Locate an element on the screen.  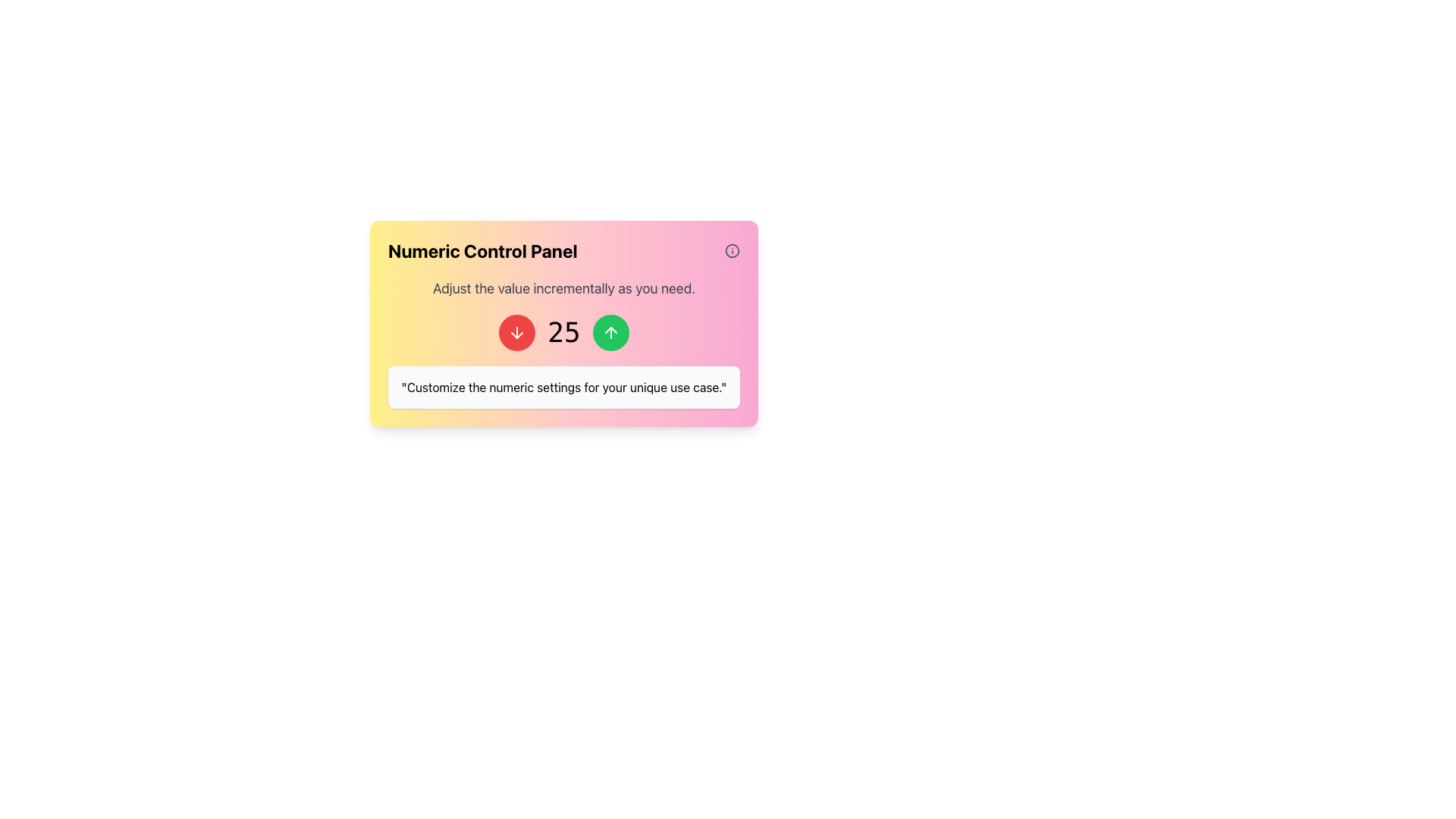
the bold textual heading 'Numeric Control Panel' to focus on it, which is located at the top-left corner of the interface and has a gradient background from yellow to pink is located at coordinates (482, 250).